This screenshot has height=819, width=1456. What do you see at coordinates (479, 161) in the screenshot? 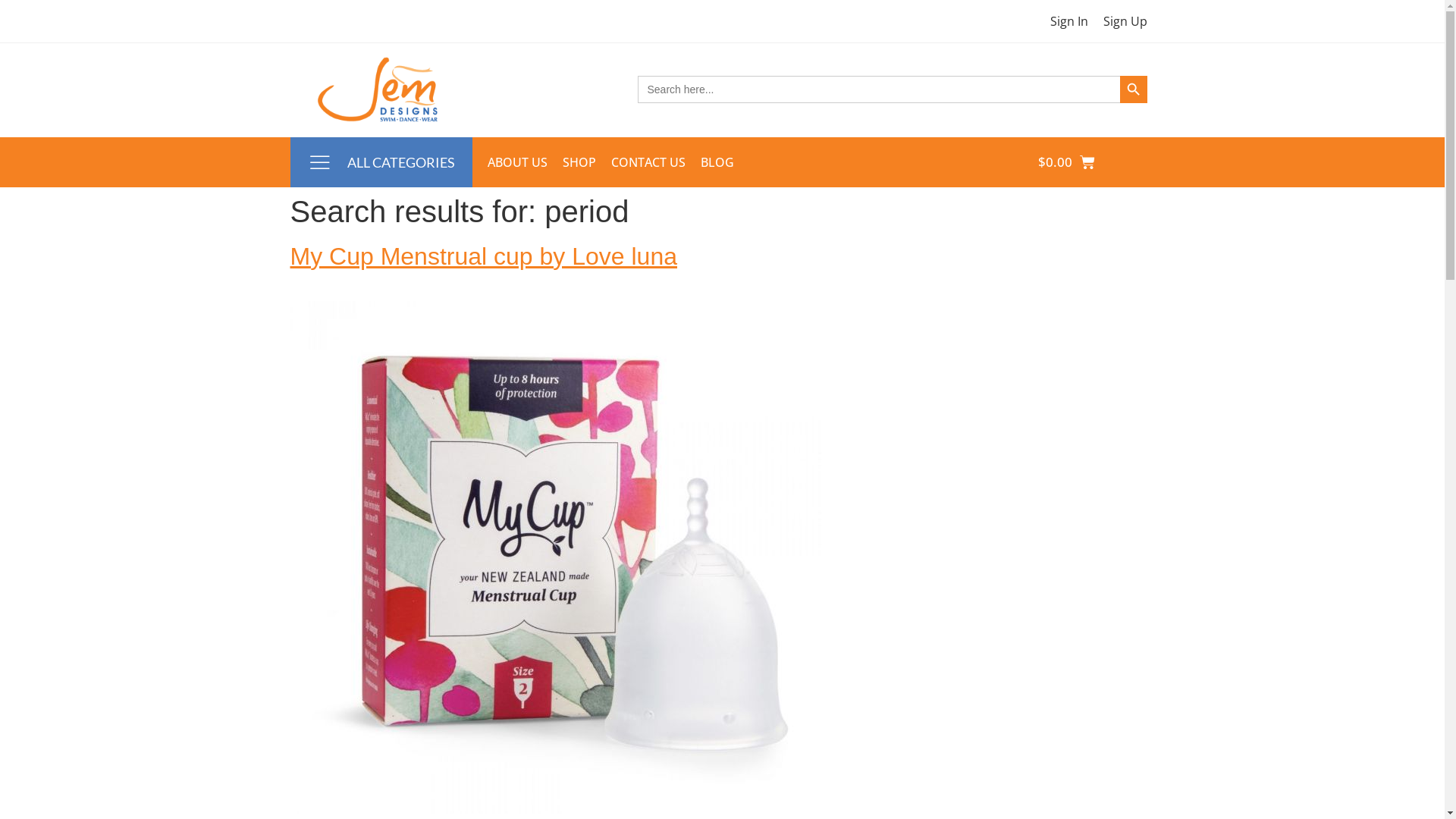
I see `'ABOUT US'` at bounding box center [479, 161].